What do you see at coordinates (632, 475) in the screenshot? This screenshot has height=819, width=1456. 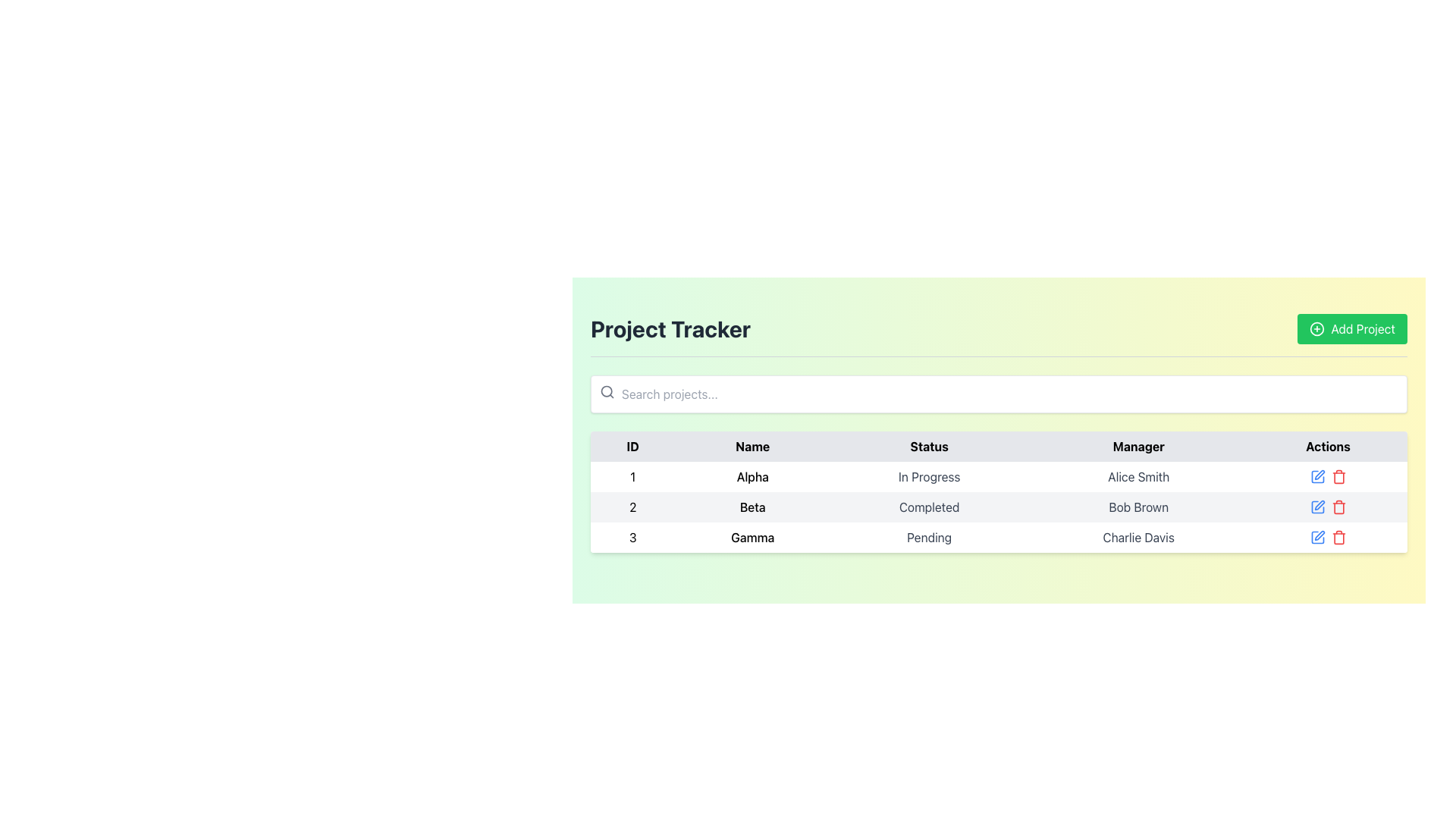 I see `the text label displaying the numeral '1' in the first column labeled 'ID' of the top row in the table` at bounding box center [632, 475].